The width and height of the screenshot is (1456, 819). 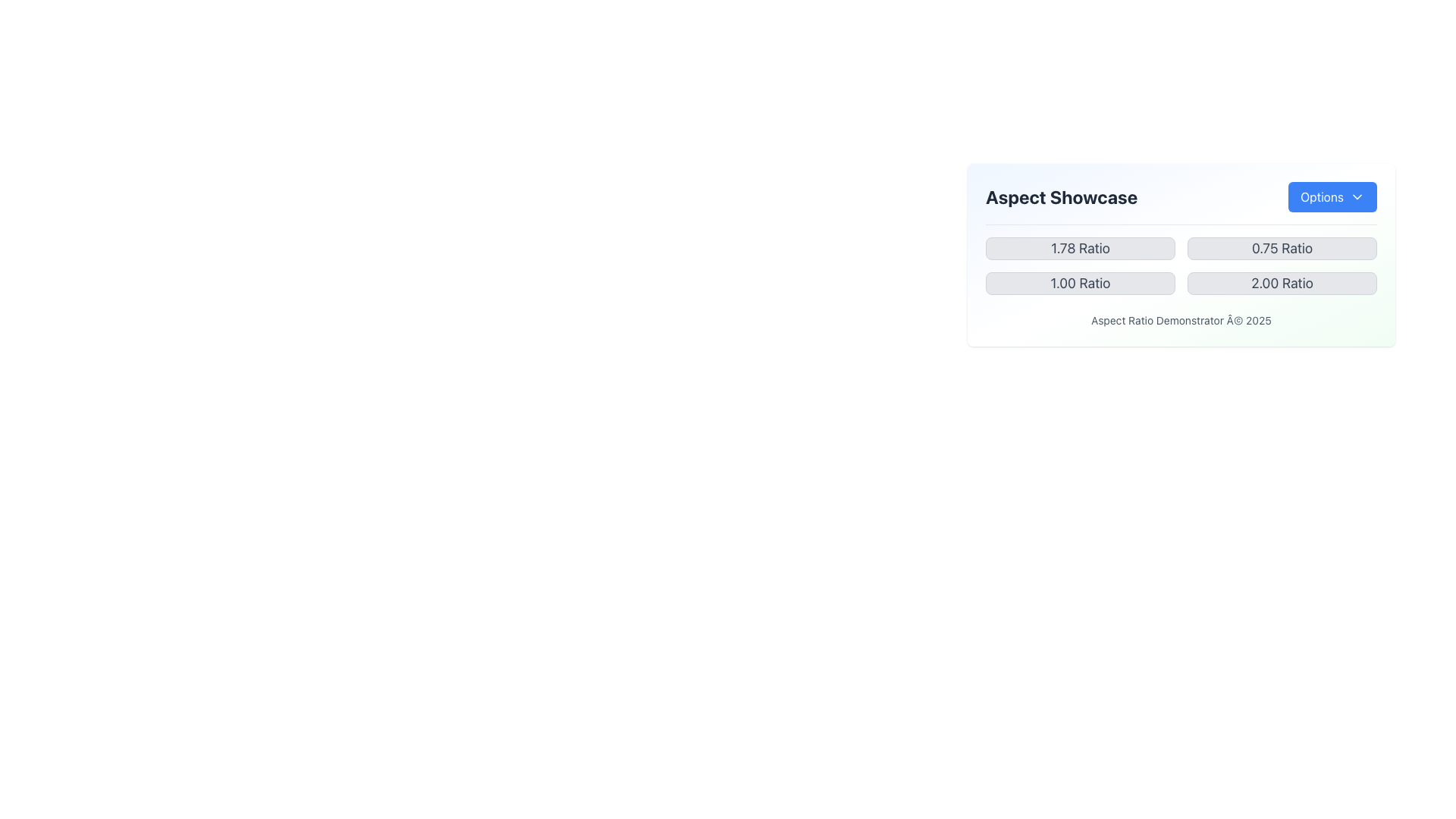 I want to click on the text label displaying '1.78 Ratio', so click(x=1080, y=247).